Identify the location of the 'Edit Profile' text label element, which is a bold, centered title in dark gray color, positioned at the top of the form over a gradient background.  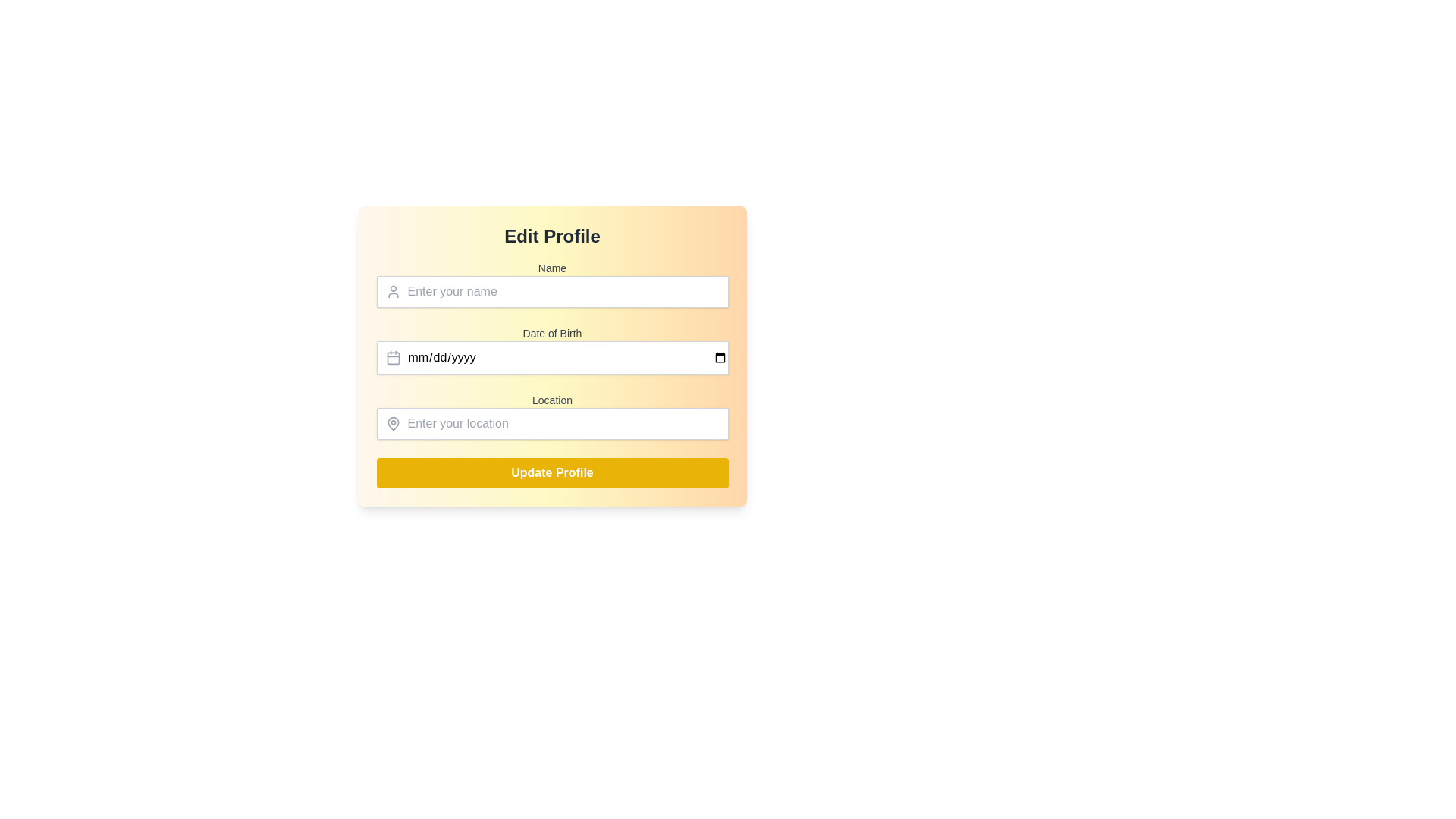
(551, 237).